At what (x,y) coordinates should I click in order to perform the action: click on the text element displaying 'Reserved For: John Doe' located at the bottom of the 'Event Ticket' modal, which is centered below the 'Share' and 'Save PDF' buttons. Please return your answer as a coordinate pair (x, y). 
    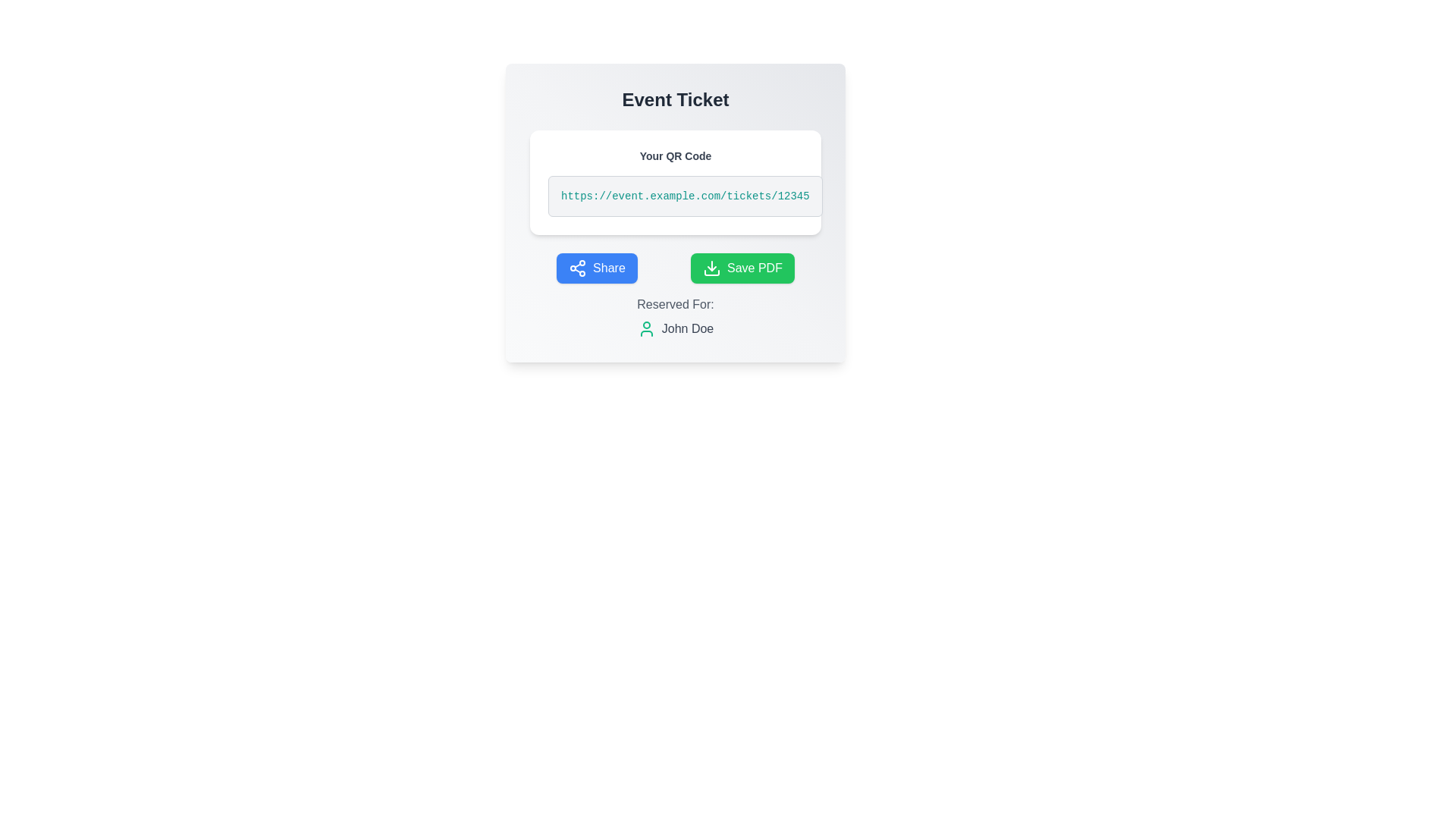
    Looking at the image, I should click on (675, 315).